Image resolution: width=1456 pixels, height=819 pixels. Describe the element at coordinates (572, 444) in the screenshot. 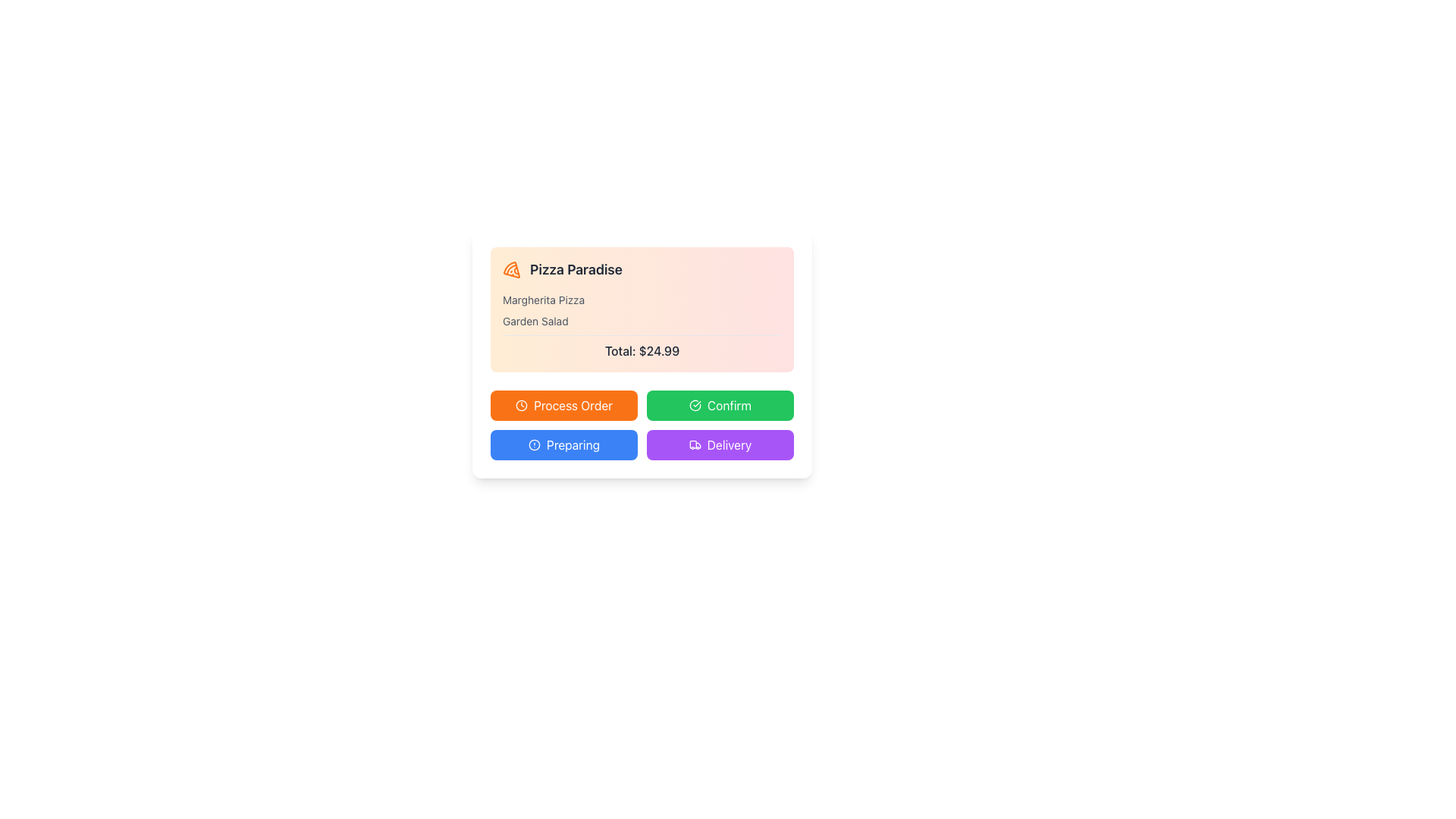

I see `the text label displaying 'Preparing.' within the blue button to trigger a tooltip` at that location.